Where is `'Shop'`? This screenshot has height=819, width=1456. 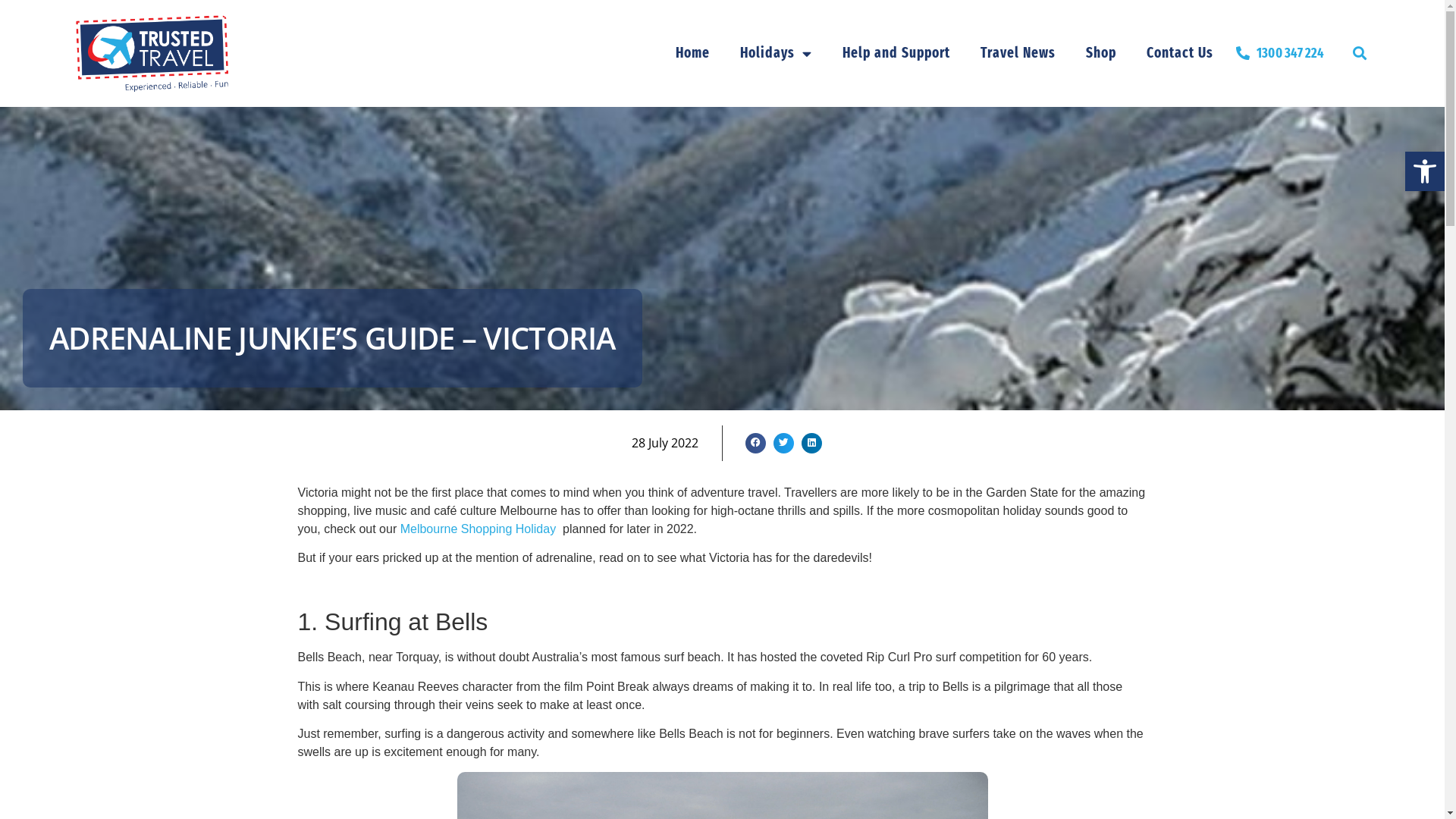 'Shop' is located at coordinates (1069, 52).